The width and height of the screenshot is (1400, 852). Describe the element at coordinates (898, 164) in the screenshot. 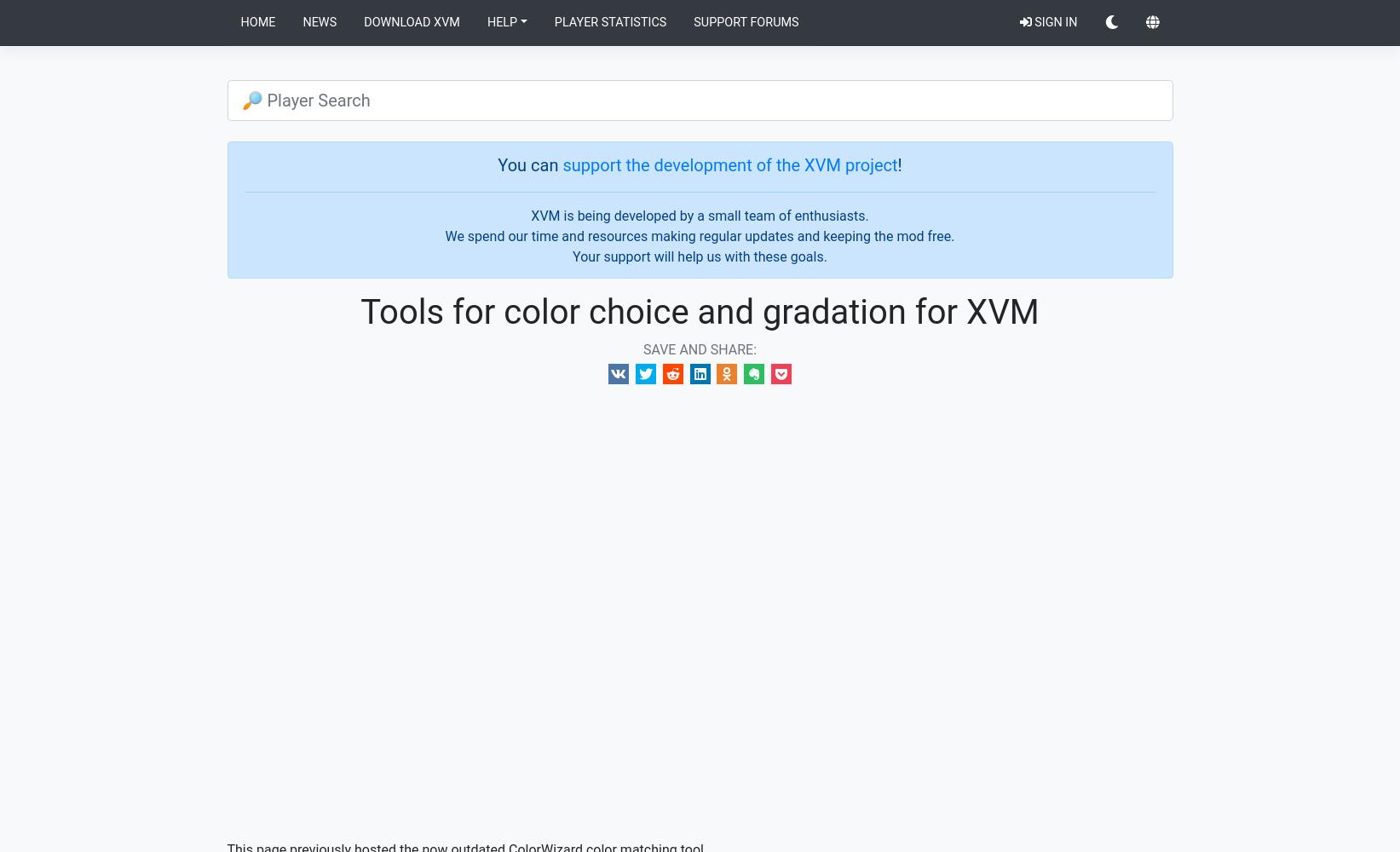

I see `'!'` at that location.